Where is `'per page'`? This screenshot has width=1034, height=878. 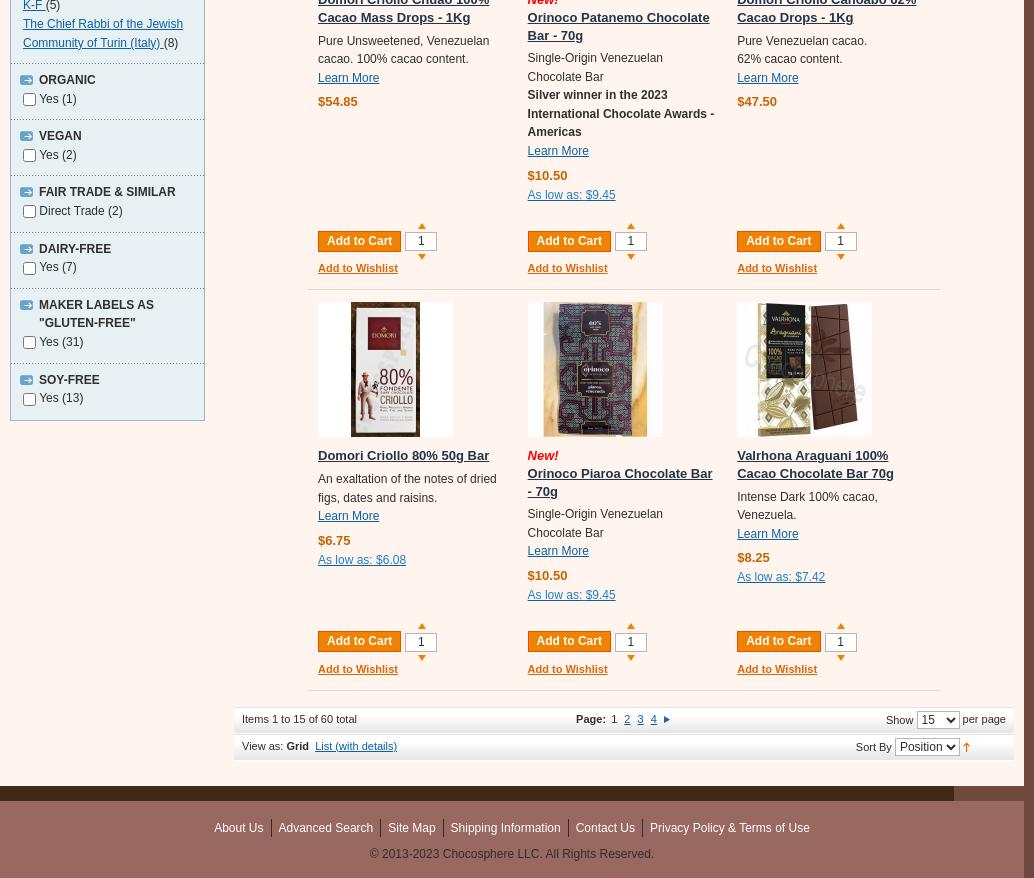
'per page' is located at coordinates (982, 717).